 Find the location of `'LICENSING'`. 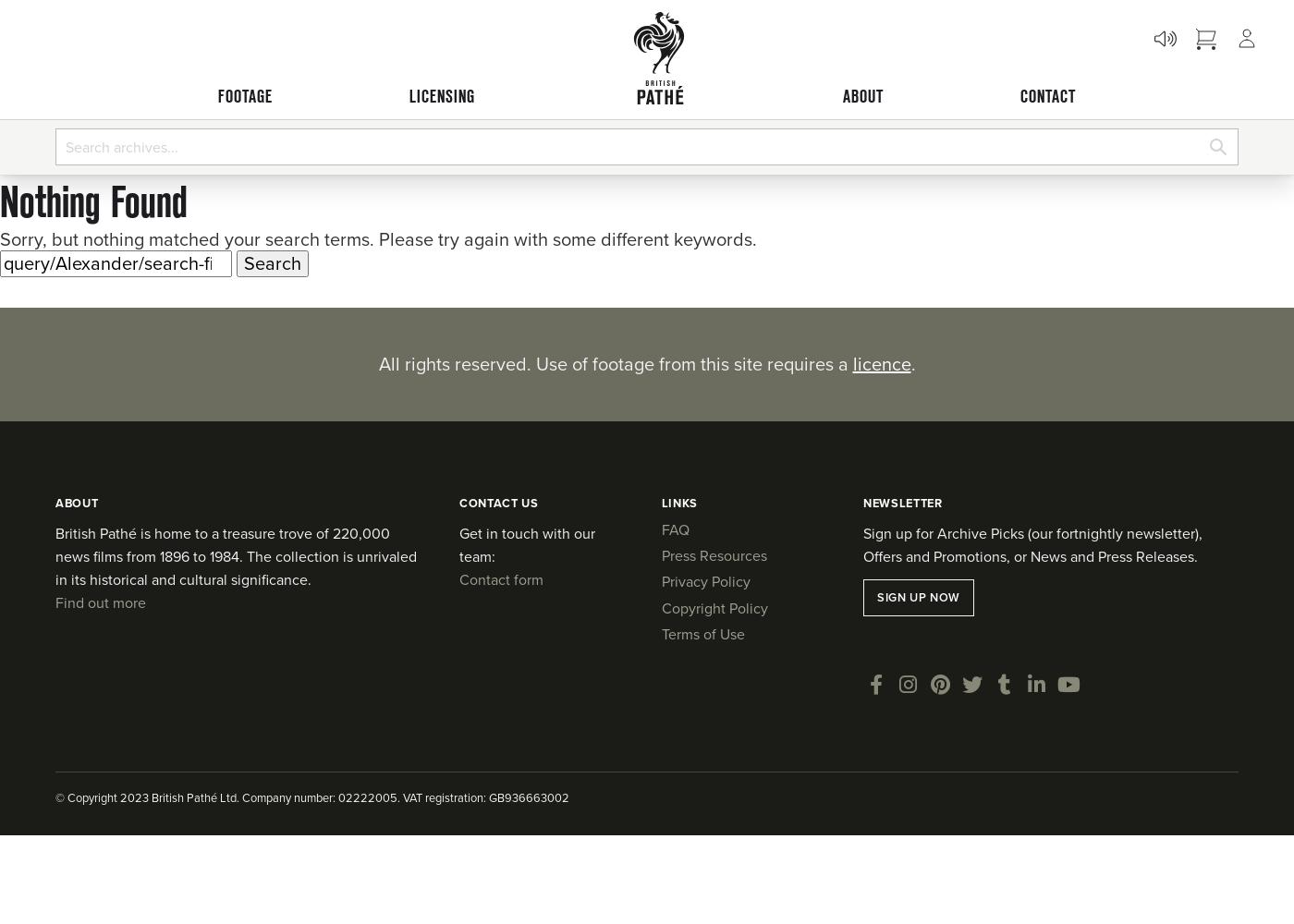

'LICENSING' is located at coordinates (408, 95).